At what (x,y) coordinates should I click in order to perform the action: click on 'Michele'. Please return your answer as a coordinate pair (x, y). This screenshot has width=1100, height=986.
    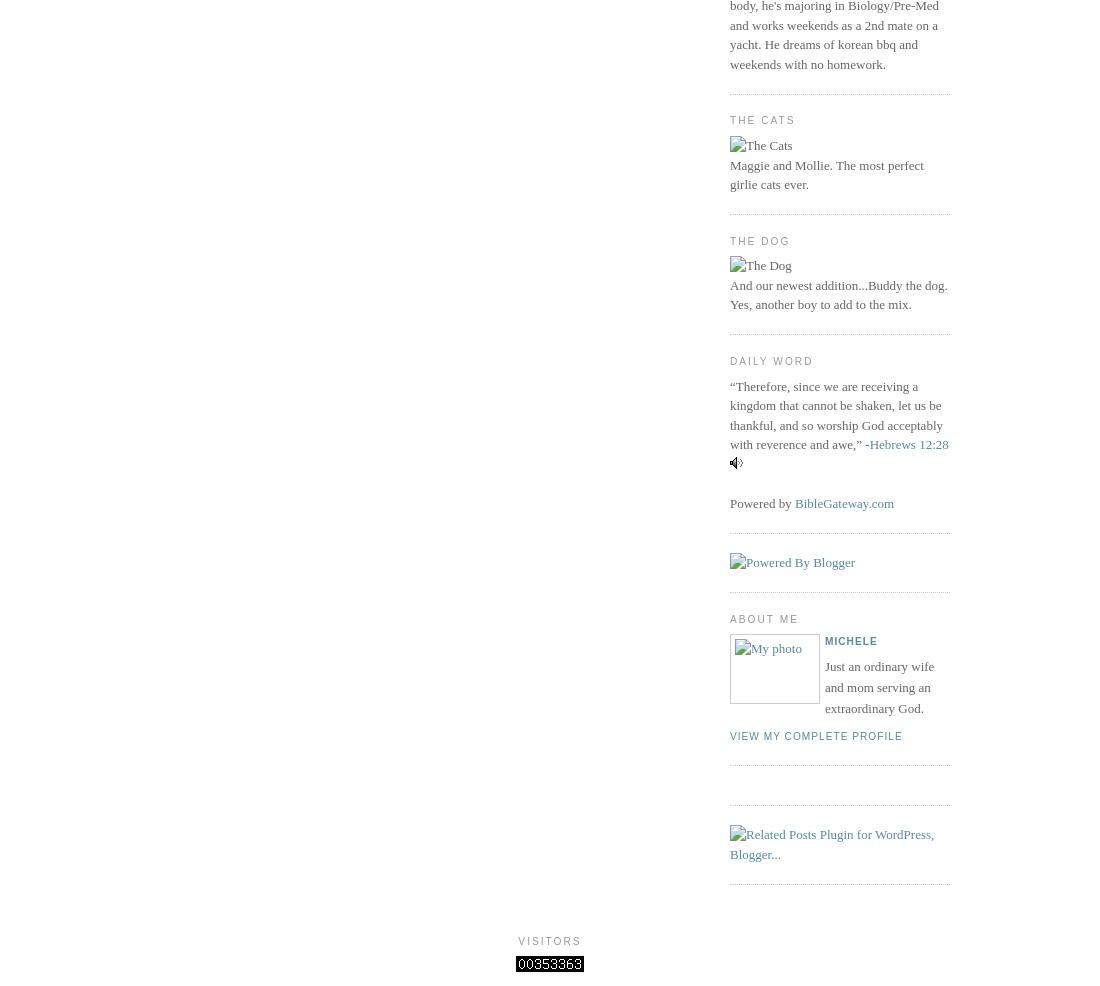
    Looking at the image, I should click on (849, 641).